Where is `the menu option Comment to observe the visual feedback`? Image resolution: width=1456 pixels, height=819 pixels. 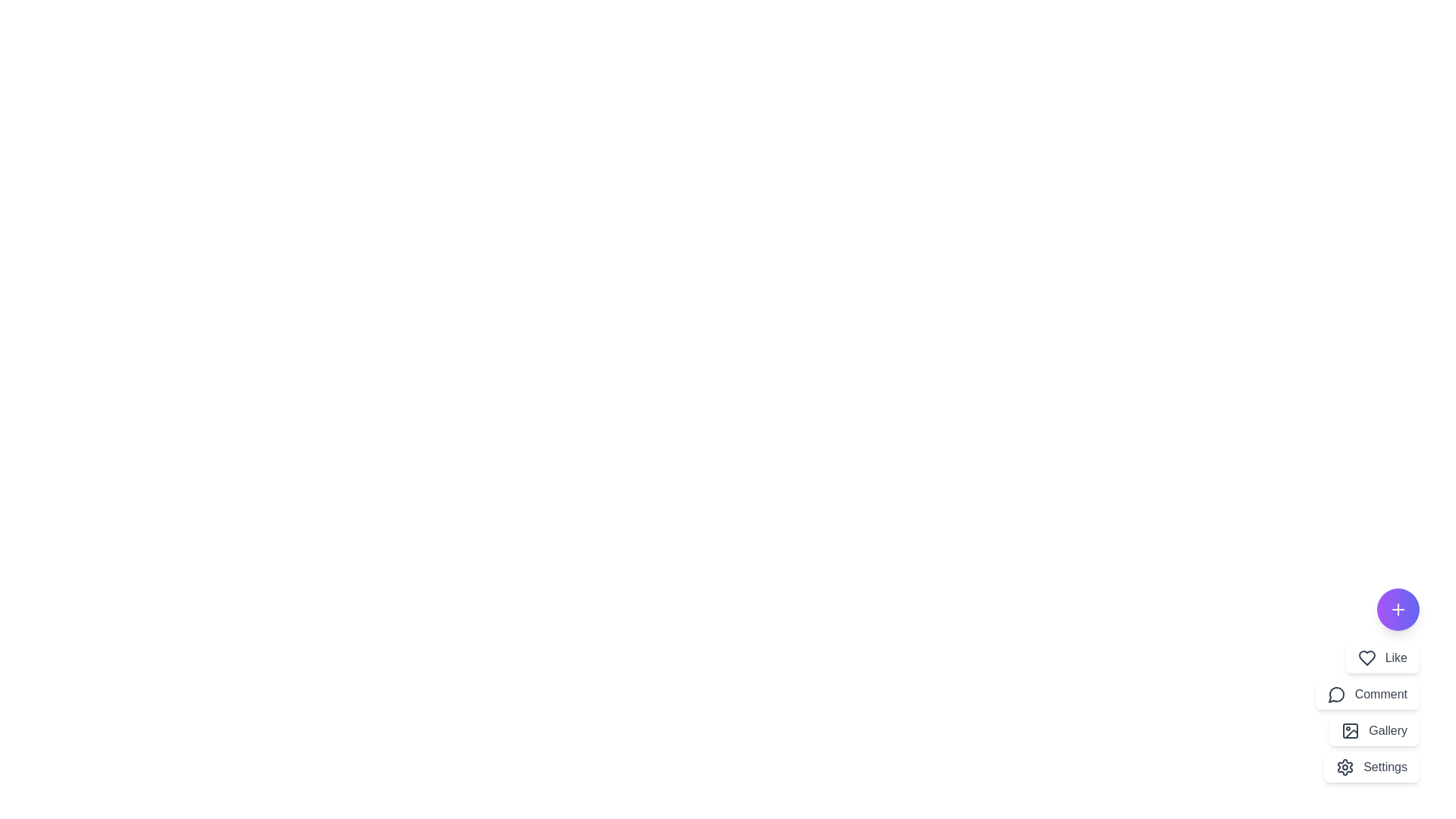 the menu option Comment to observe the visual feedback is located at coordinates (1367, 694).